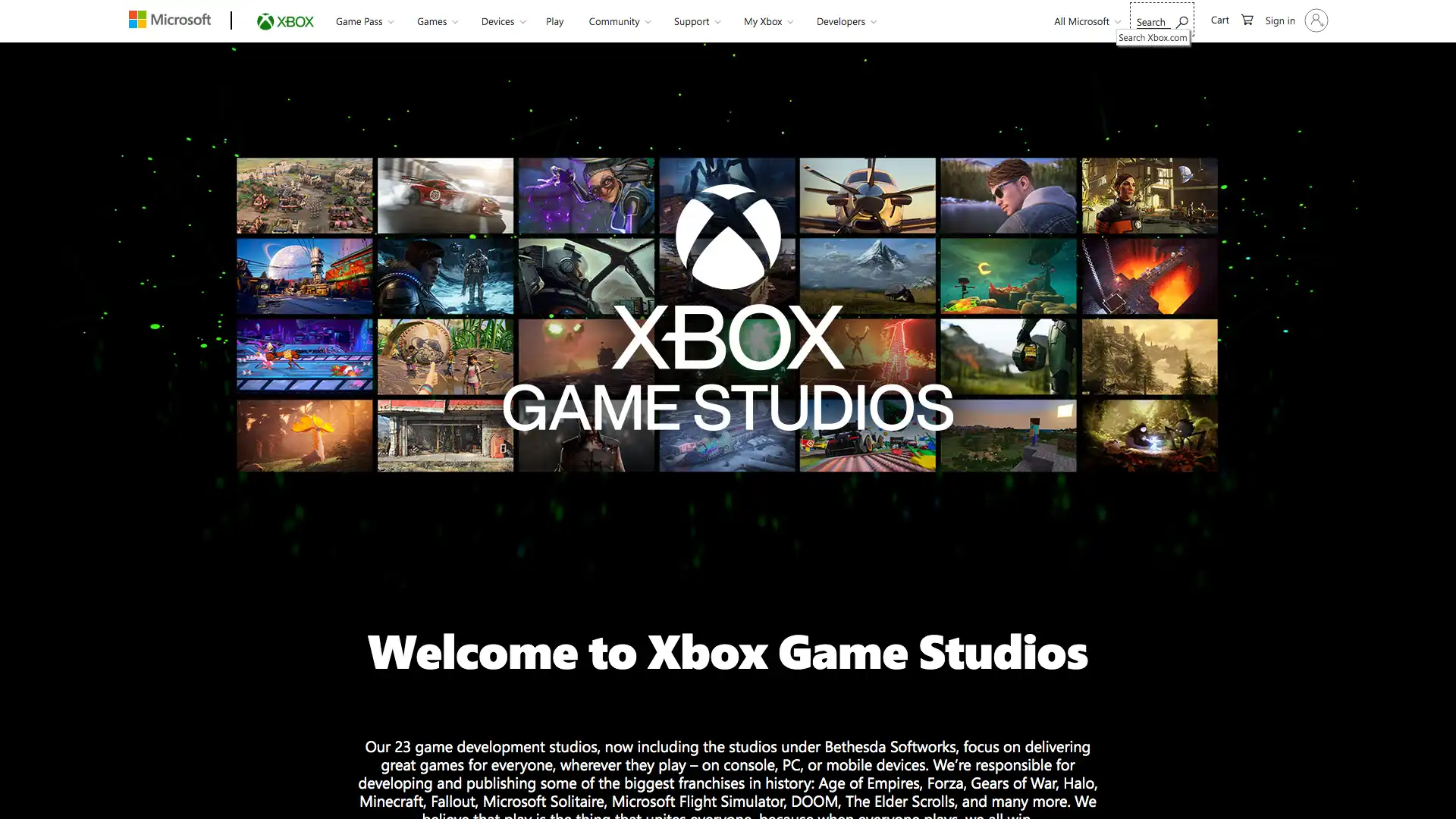  What do you see at coordinates (502, 20) in the screenshot?
I see `Devices` at bounding box center [502, 20].